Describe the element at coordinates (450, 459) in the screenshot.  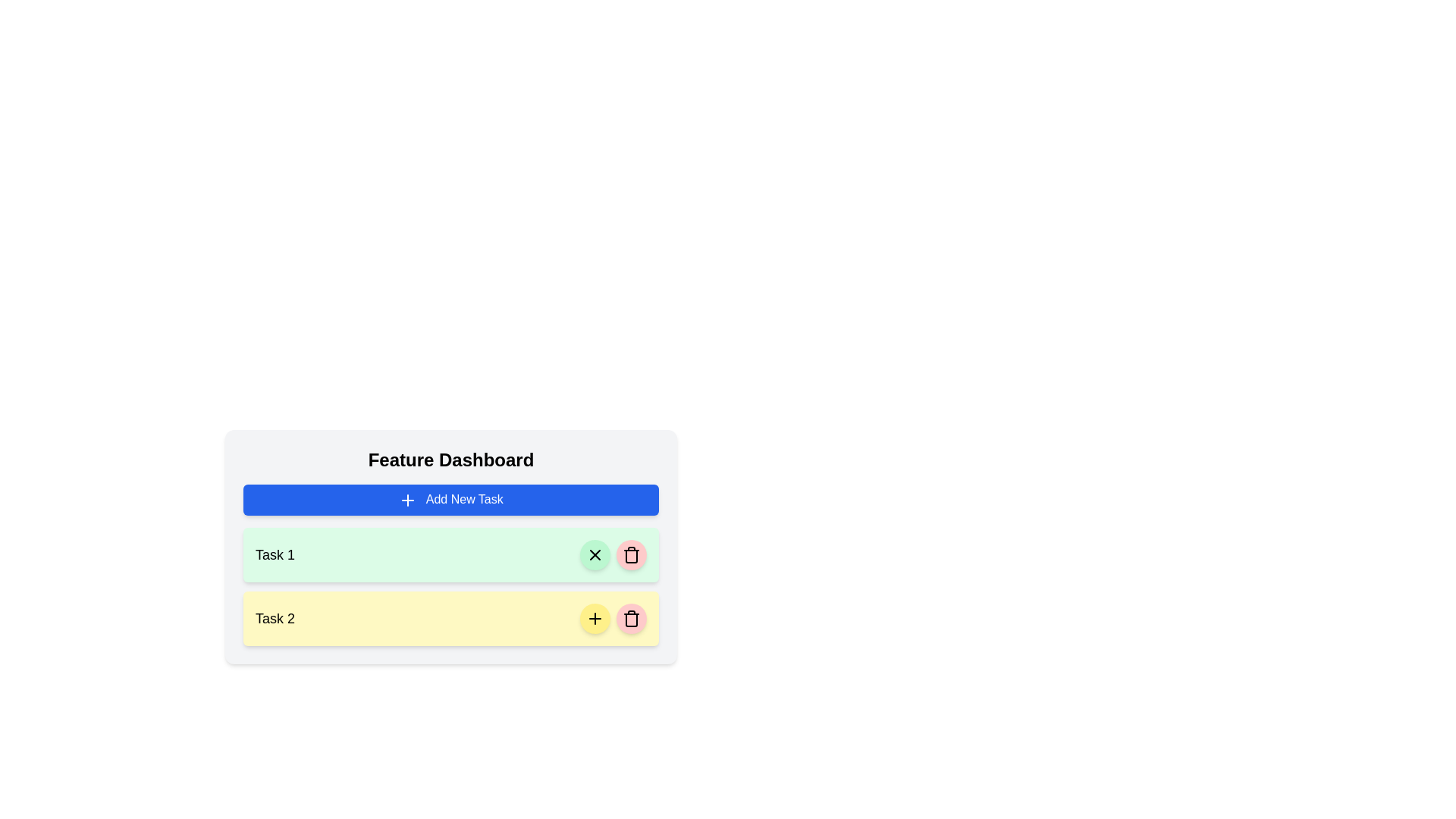
I see `the text label displaying 'Feature Dashboard', which is a bold, centered heading located at the top of a panel above the 'Add New Task' button` at that location.